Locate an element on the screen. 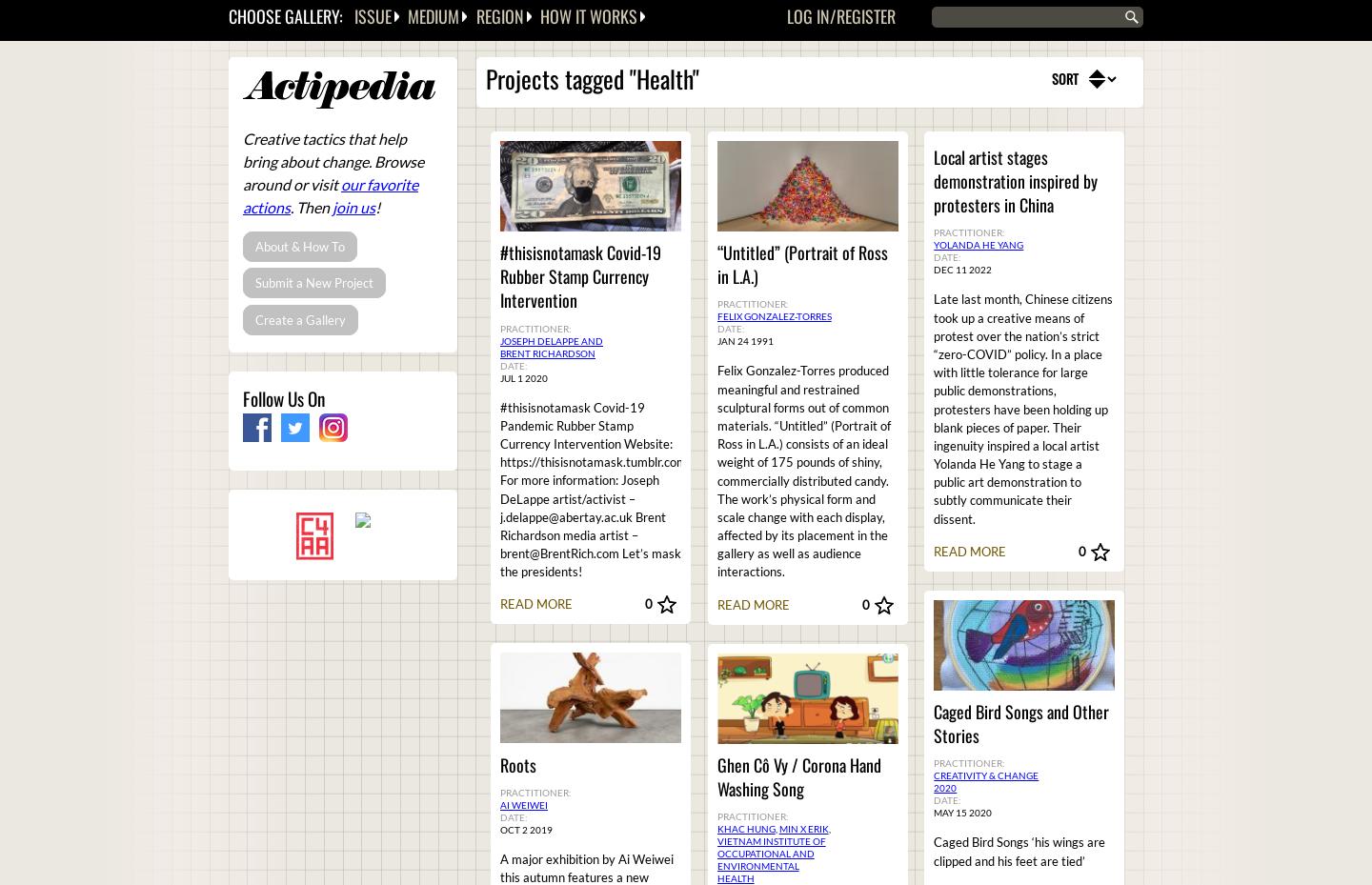 This screenshot has width=1372, height=885. '#thisisnotamask Covid-19 Rubber Stamp Currency Intervention' is located at coordinates (499, 276).